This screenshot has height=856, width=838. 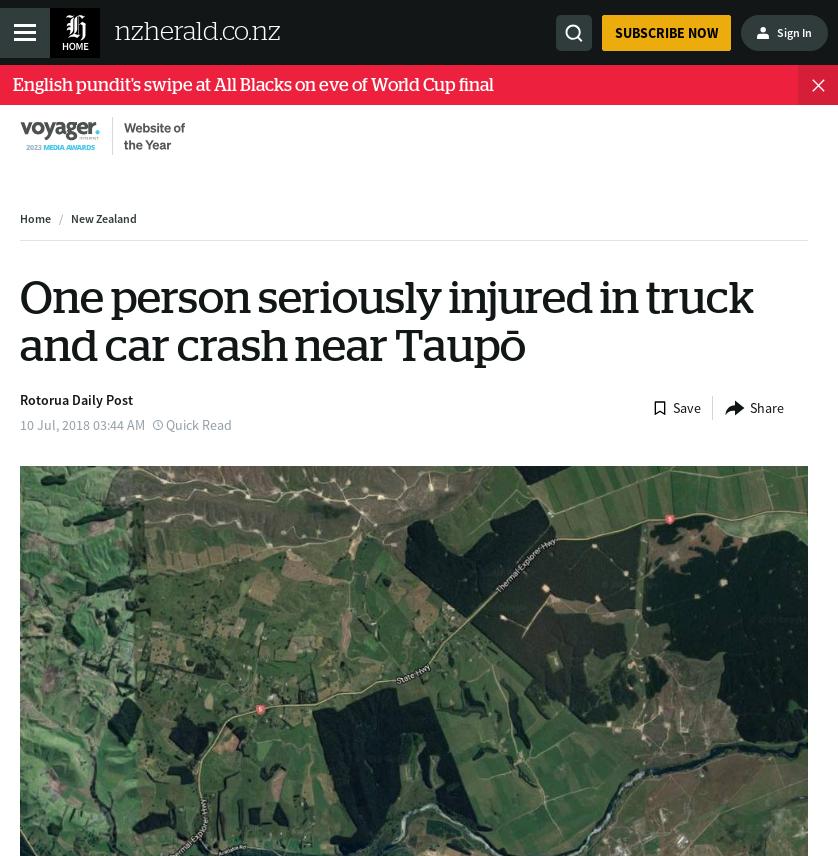 What do you see at coordinates (61, 218) in the screenshot?
I see `'/'` at bounding box center [61, 218].